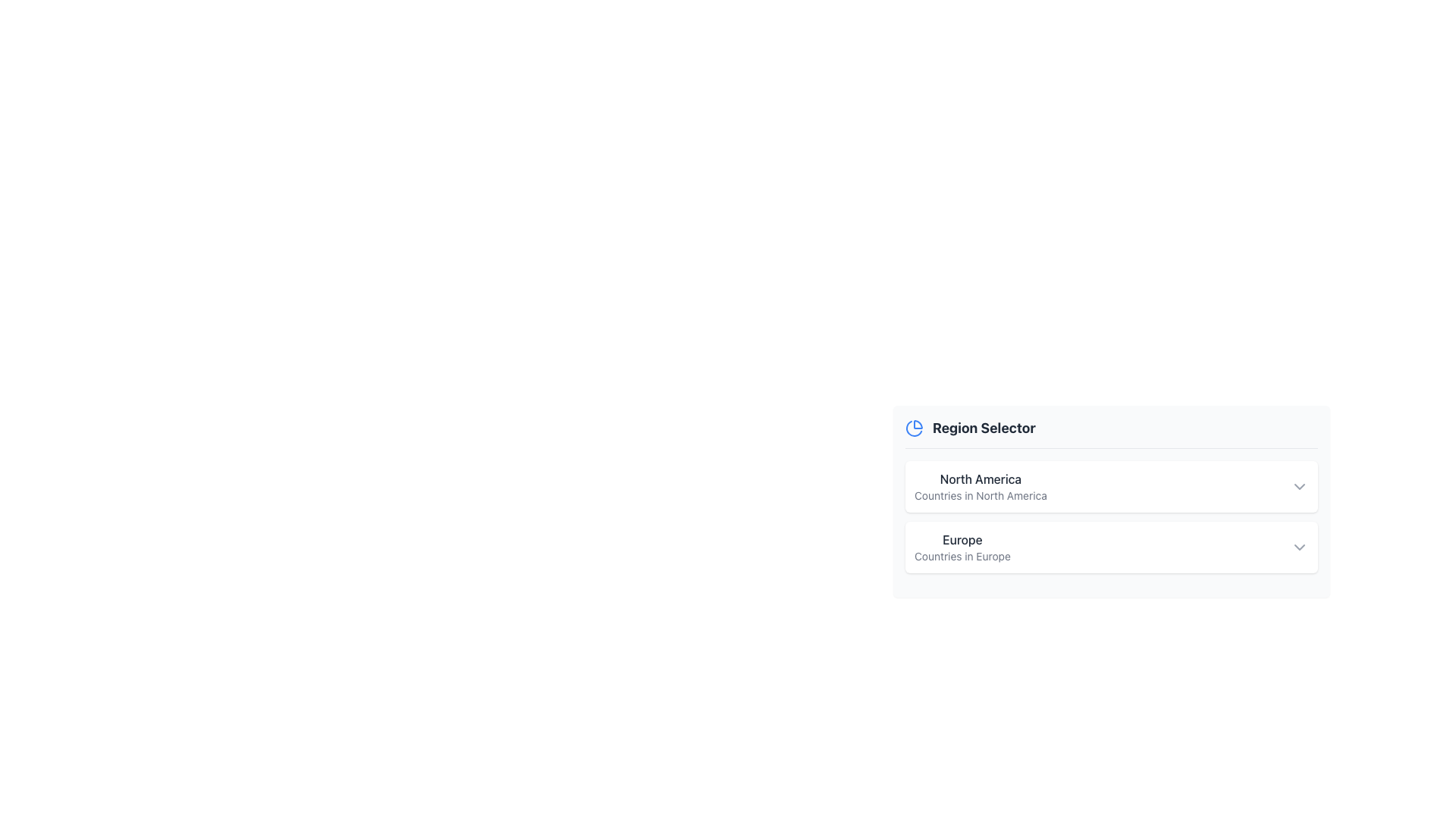 This screenshot has height=819, width=1456. What do you see at coordinates (1298, 547) in the screenshot?
I see `the expand/collapse icon at the rightmost end of the 'Europe - Countries in Europe' entry to change its color` at bounding box center [1298, 547].